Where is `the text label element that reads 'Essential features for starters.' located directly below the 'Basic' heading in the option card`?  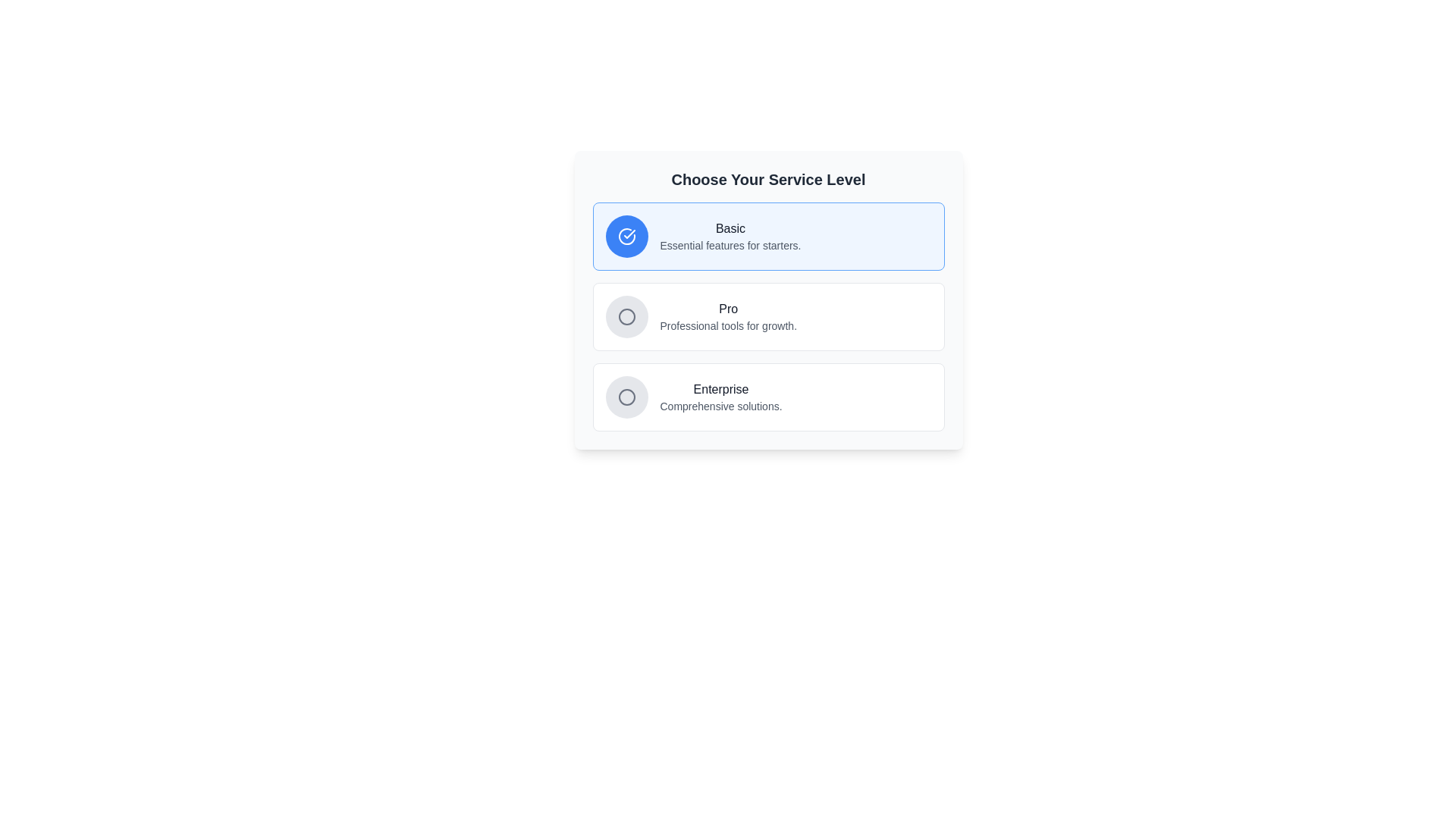 the text label element that reads 'Essential features for starters.' located directly below the 'Basic' heading in the option card is located at coordinates (730, 245).